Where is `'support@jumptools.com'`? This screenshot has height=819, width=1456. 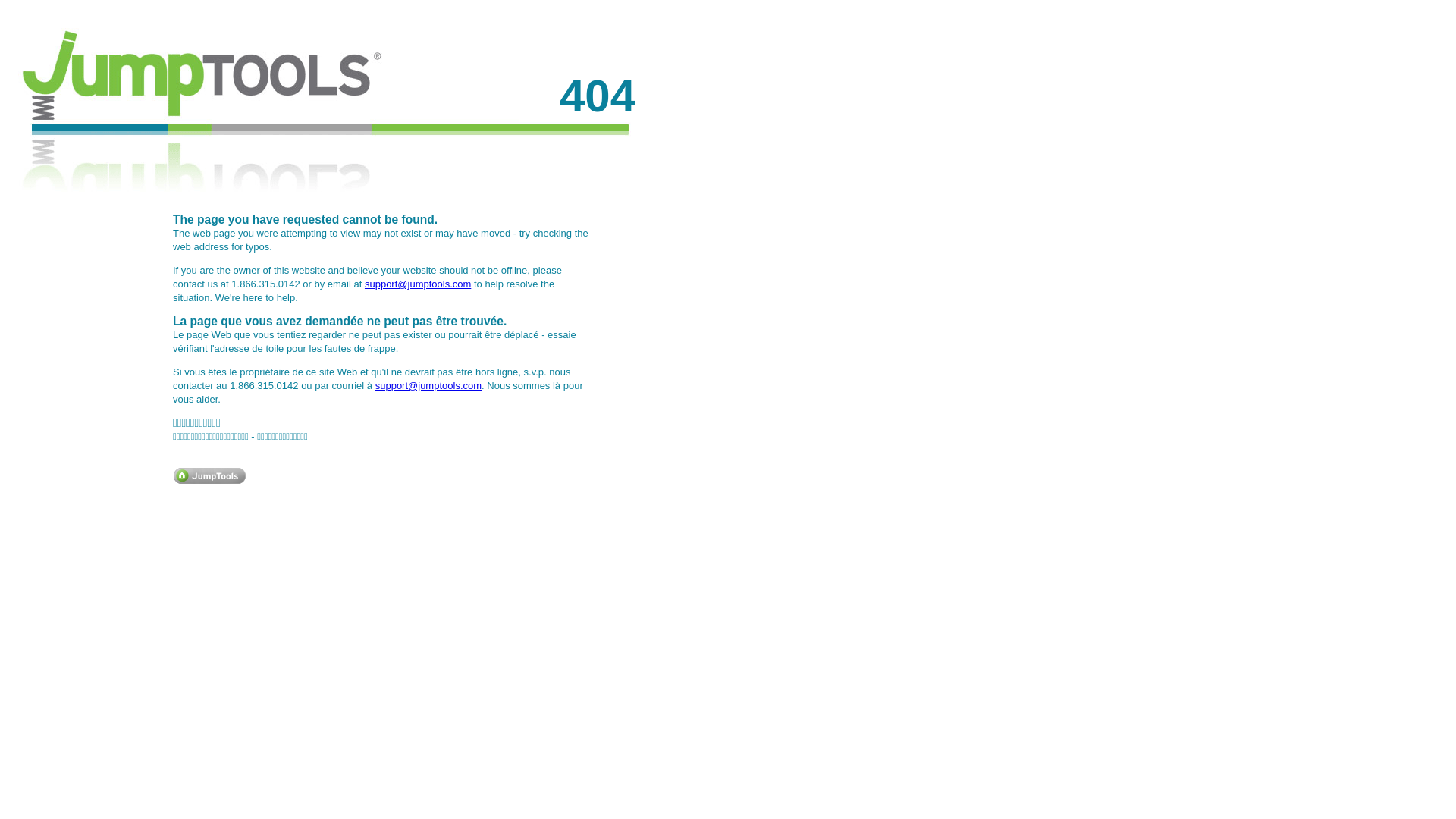 'support@jumptools.com' is located at coordinates (364, 284).